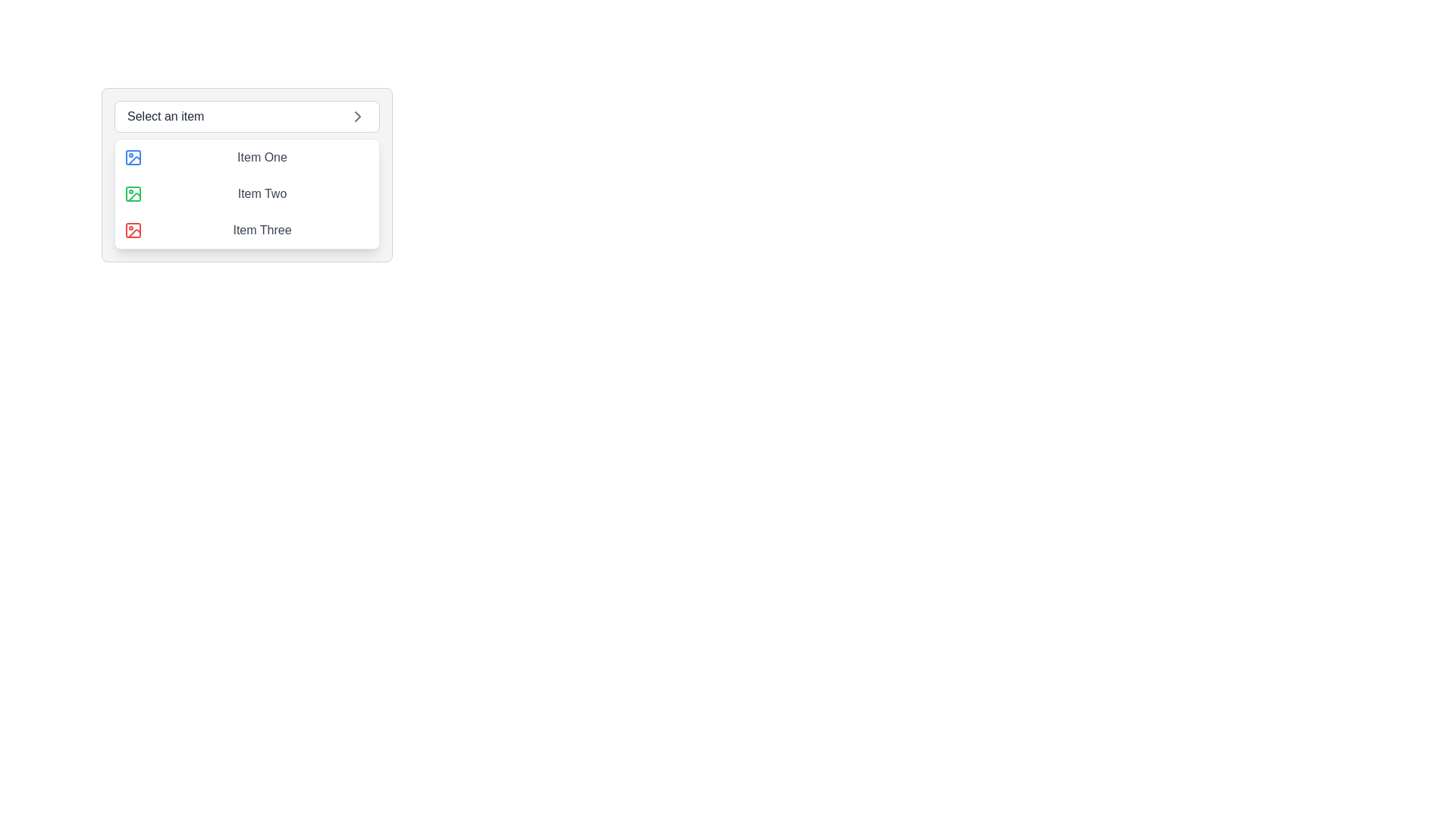  Describe the element at coordinates (133, 193) in the screenshot. I see `the icon representing 'Item Two' in the dropdown list, located at the far left of the text label in the second row, to provide visual cues for identification` at that location.